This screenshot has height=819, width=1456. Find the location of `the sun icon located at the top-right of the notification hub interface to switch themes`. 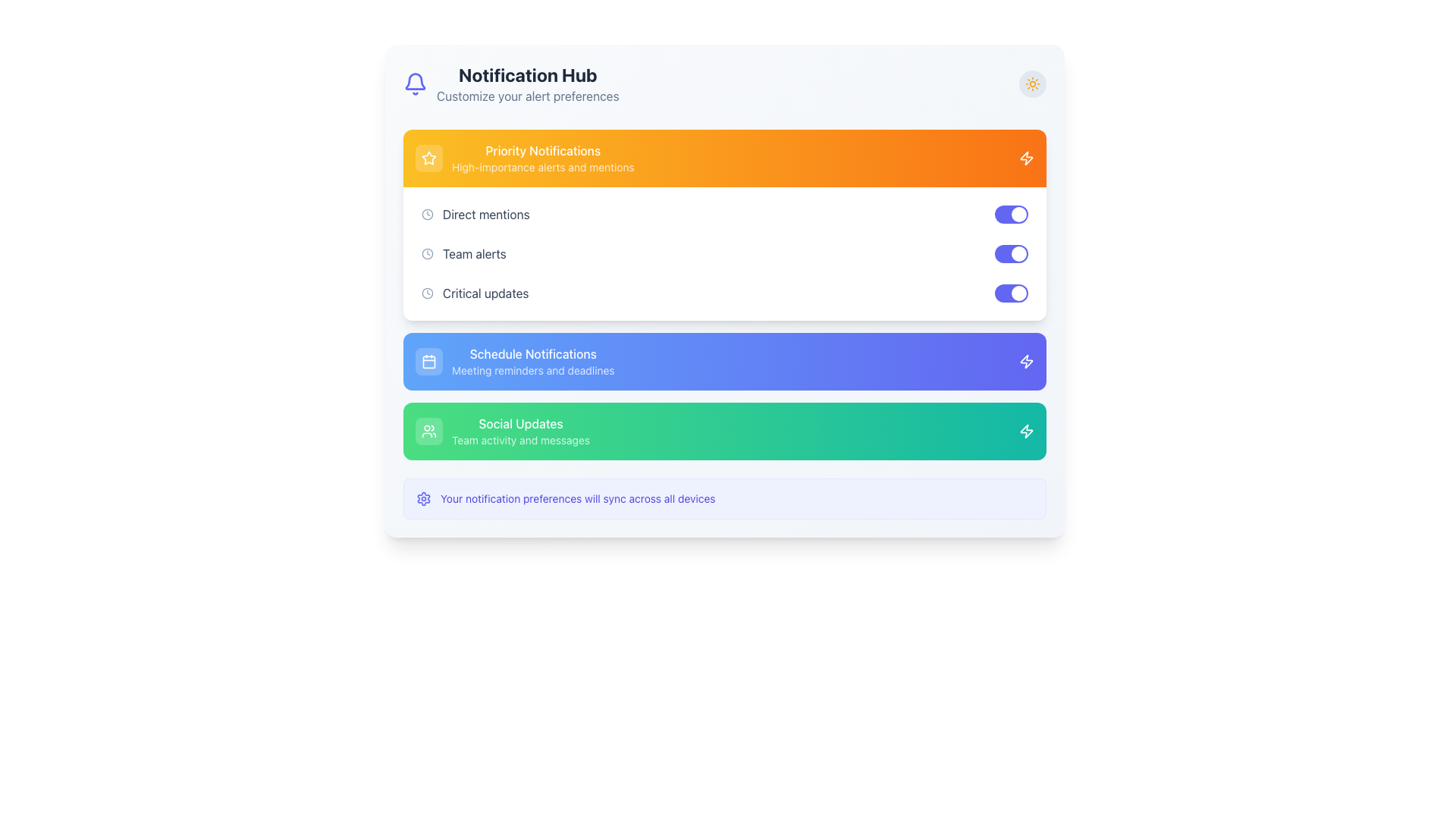

the sun icon located at the top-right of the notification hub interface to switch themes is located at coordinates (1032, 84).